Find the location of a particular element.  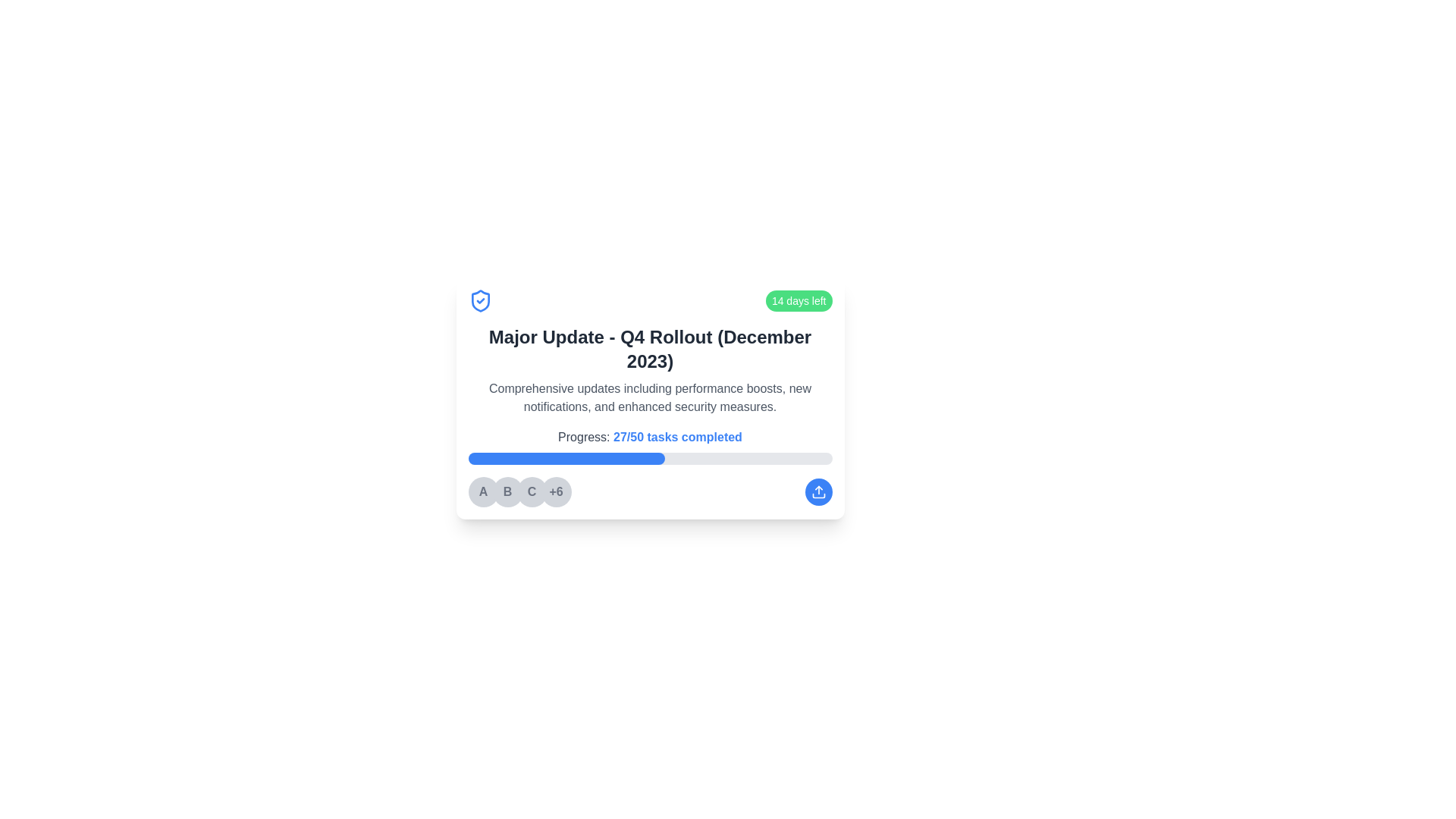

the text element that provides detailed descriptions about the updates, located below the title 'Major Update - Q4 Rollout (December 2023)' and above the progress indicator bar is located at coordinates (650, 397).